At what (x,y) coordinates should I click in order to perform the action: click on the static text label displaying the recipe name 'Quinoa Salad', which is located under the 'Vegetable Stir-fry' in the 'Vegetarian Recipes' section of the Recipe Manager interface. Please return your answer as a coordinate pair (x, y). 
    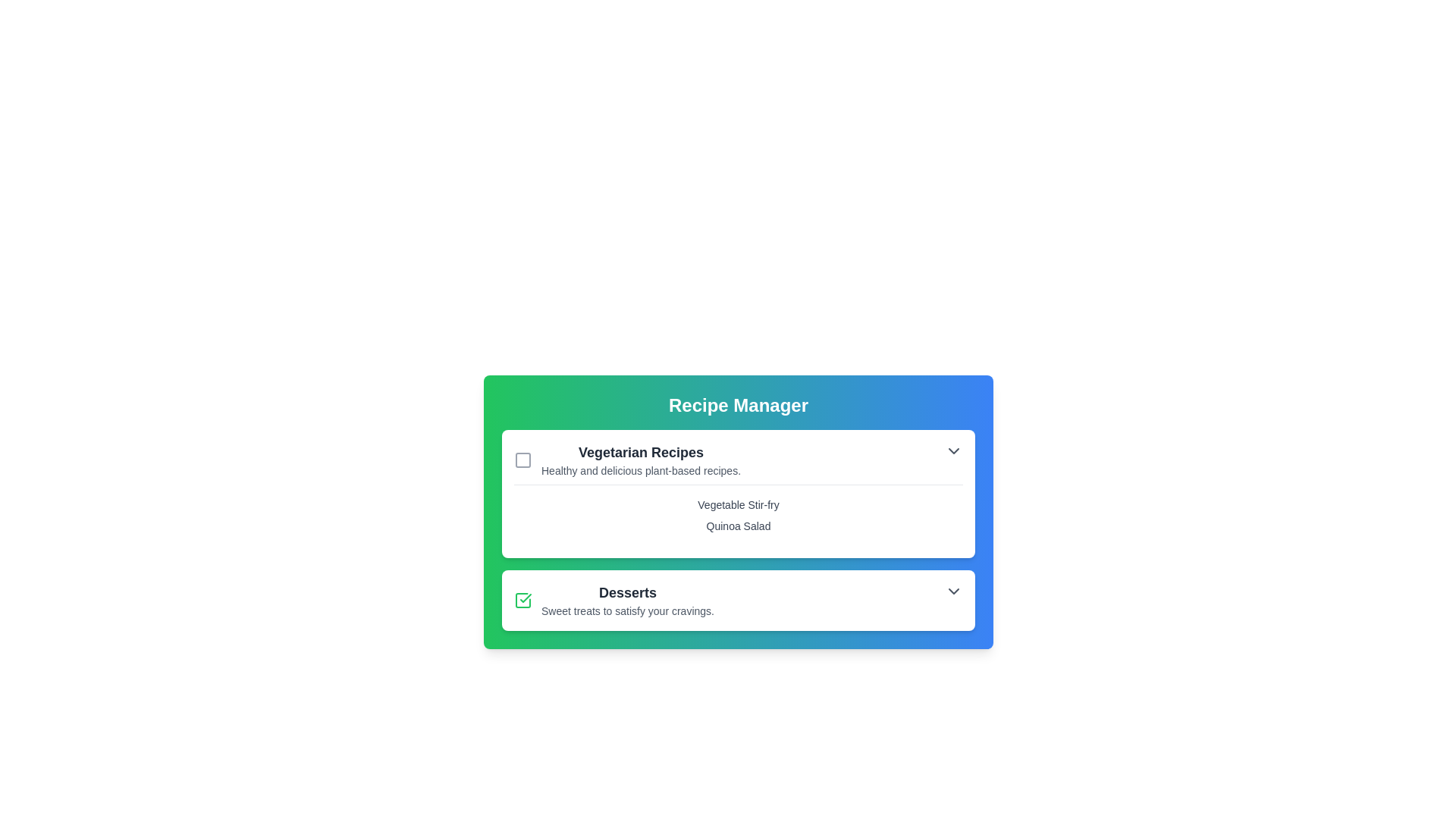
    Looking at the image, I should click on (739, 526).